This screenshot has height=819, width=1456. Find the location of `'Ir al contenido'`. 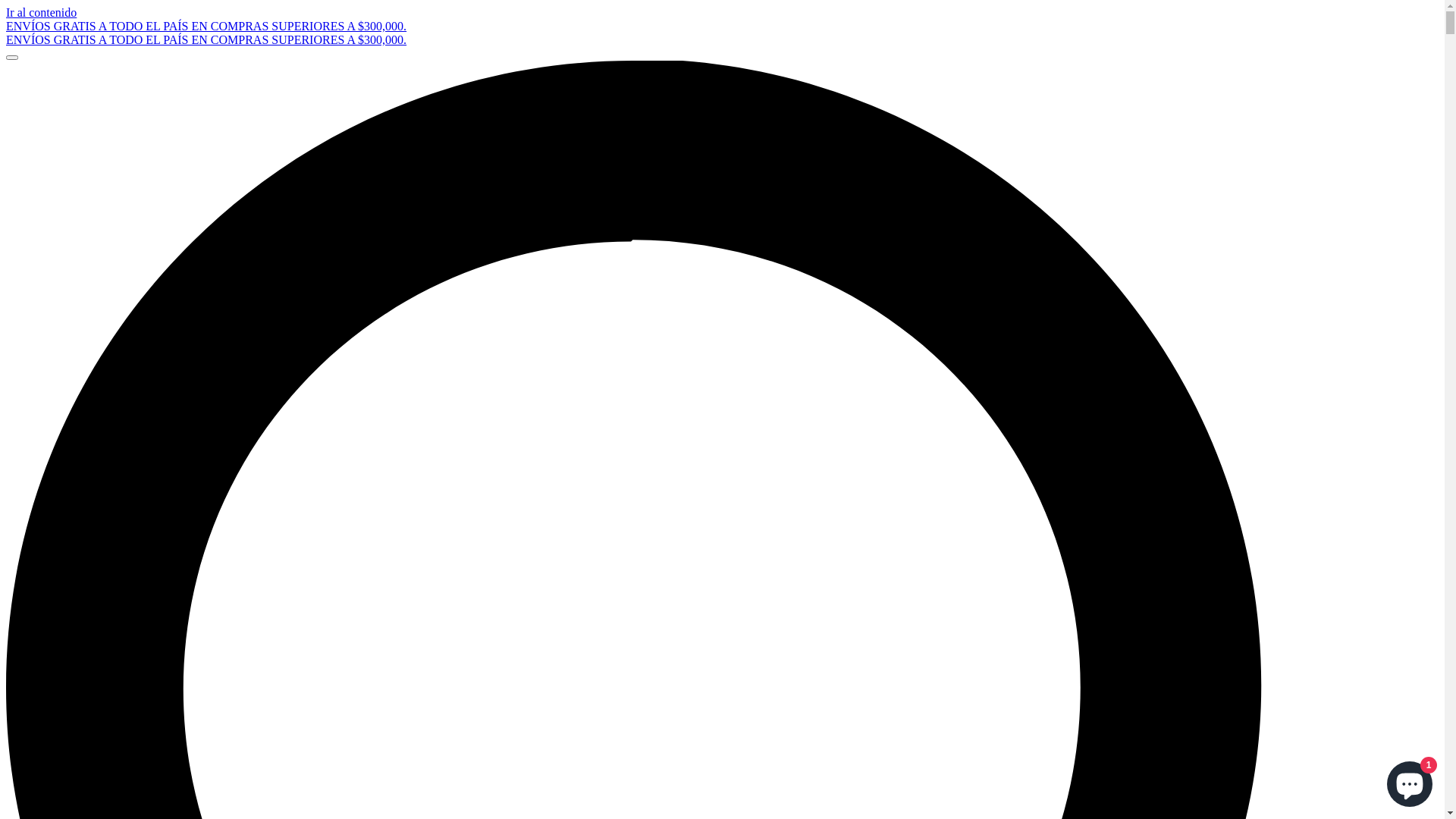

'Ir al contenido' is located at coordinates (6, 12).